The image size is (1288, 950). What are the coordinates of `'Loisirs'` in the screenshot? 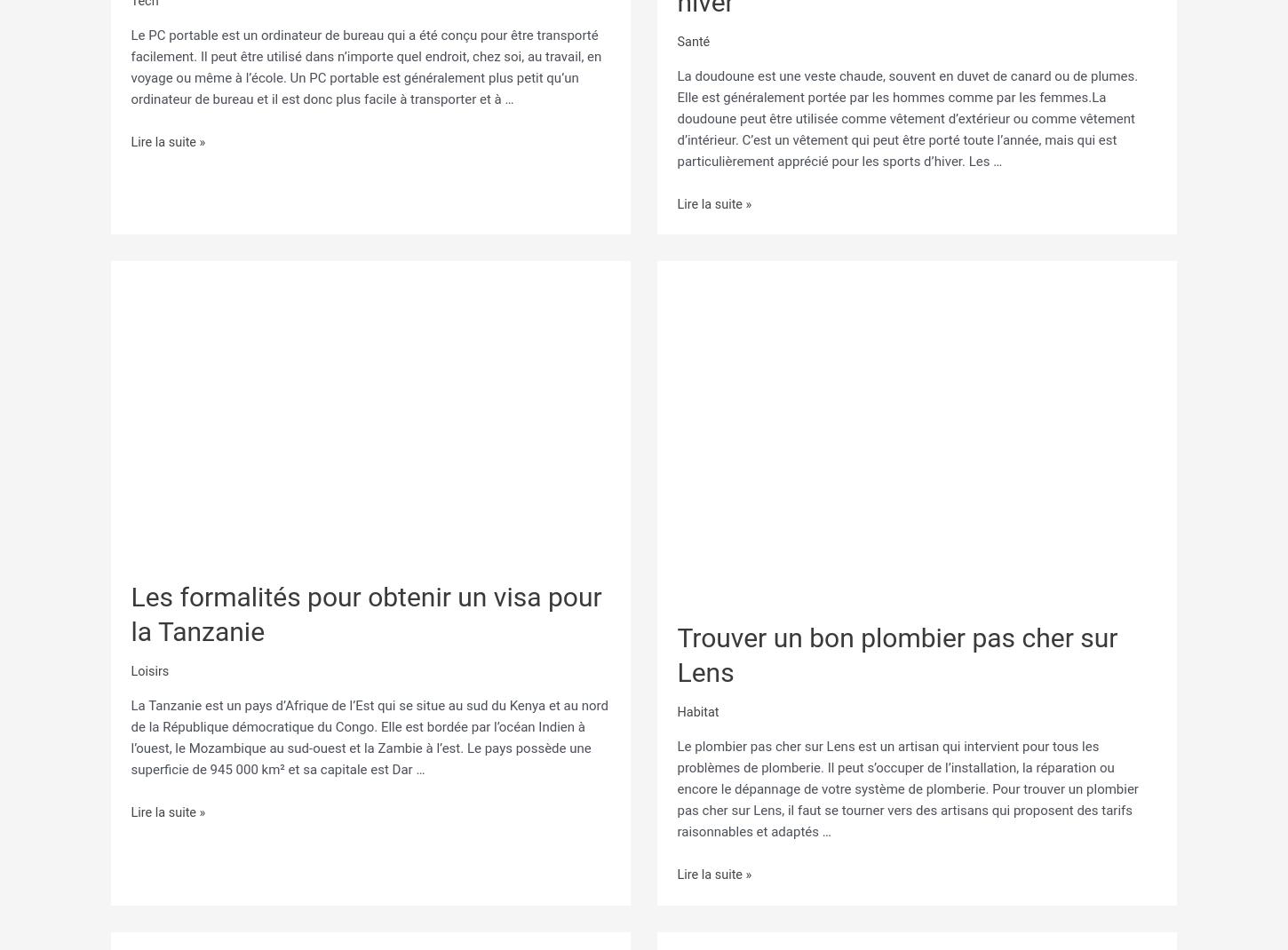 It's located at (149, 664).